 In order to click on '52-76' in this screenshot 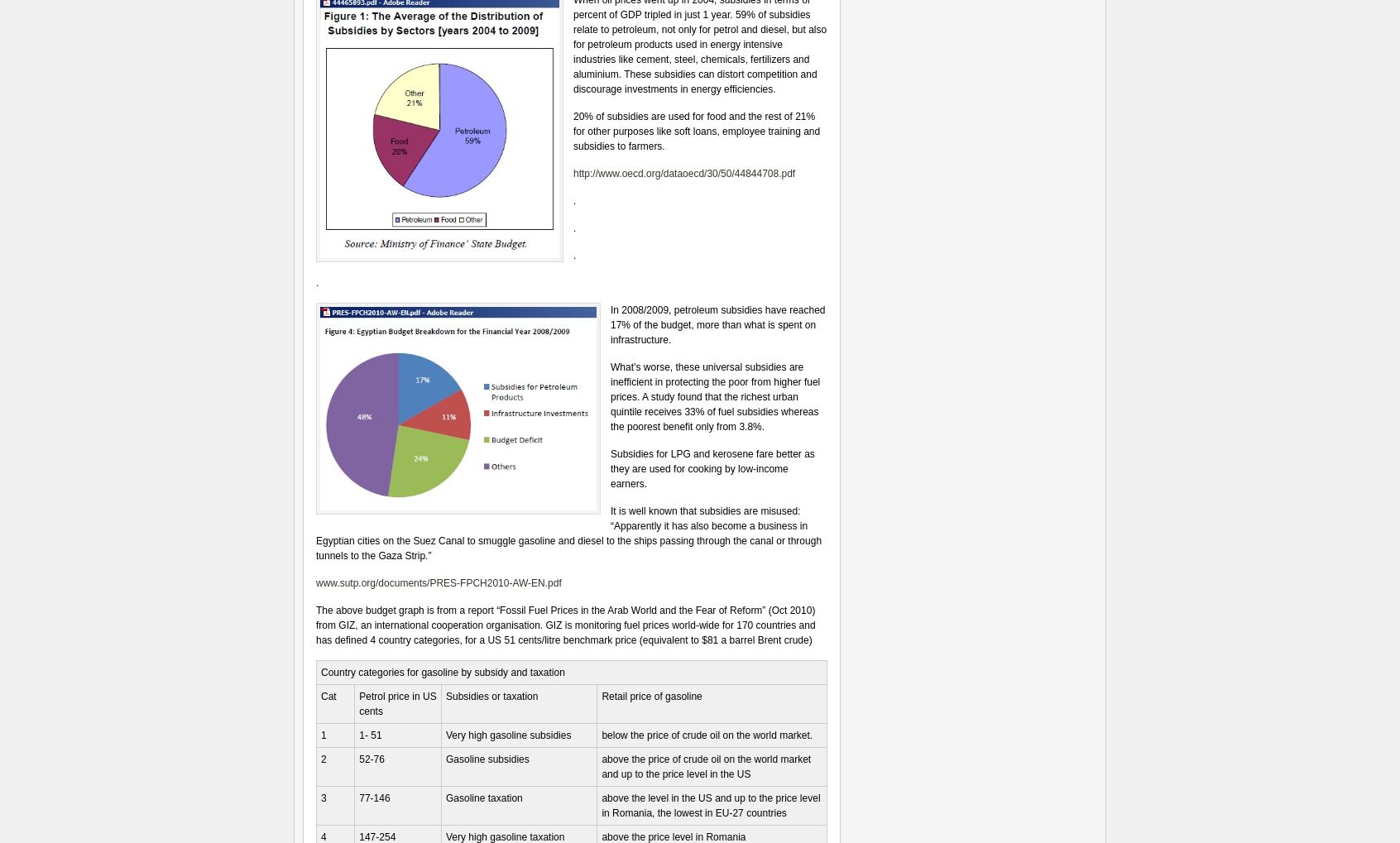, I will do `click(371, 759)`.